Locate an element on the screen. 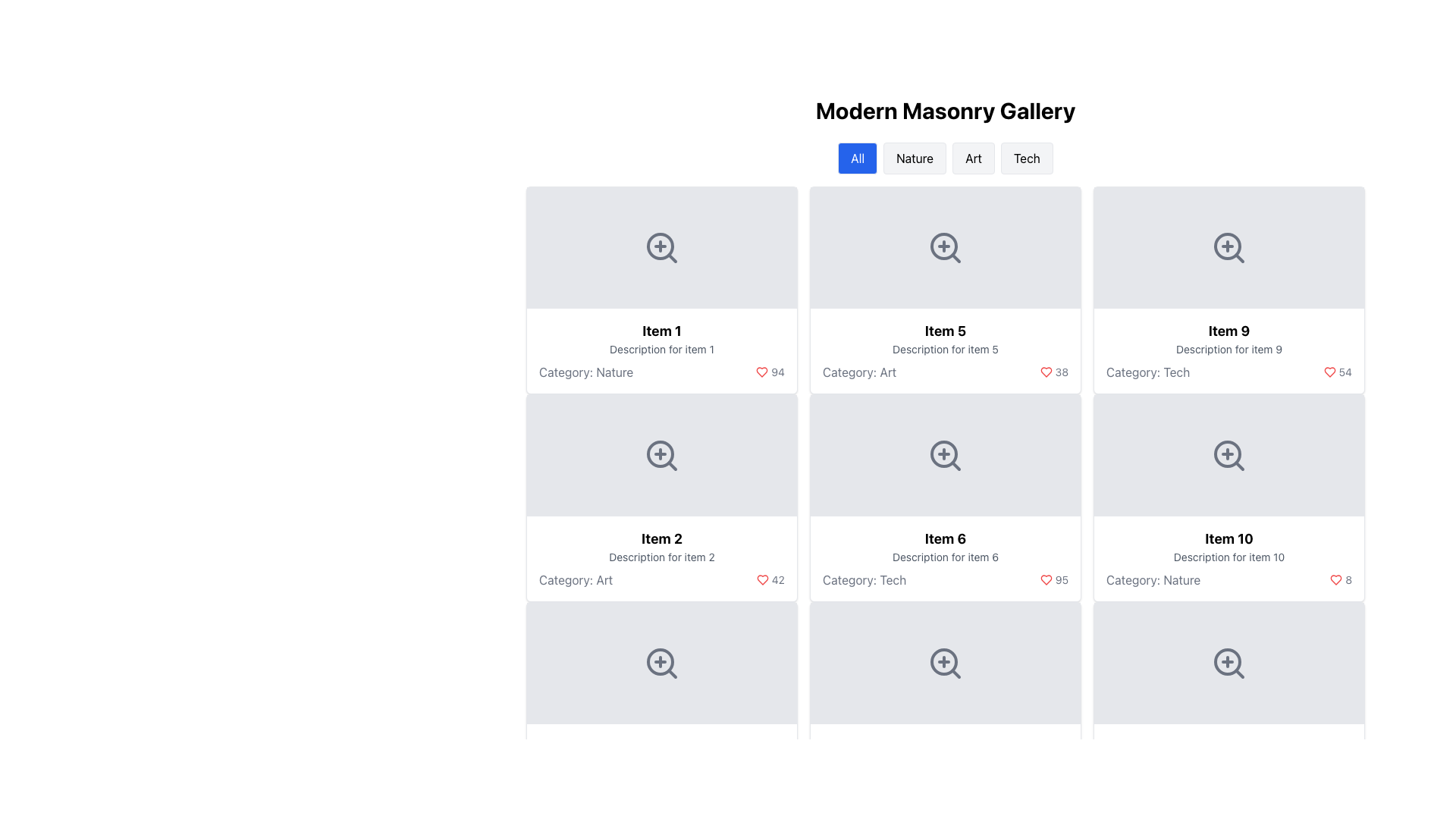 This screenshot has width=1456, height=819. the static text label reading 'Description for item 1', which is styled in a small, gray font and positioned below the 'Item 1' label within the card structure is located at coordinates (662, 350).